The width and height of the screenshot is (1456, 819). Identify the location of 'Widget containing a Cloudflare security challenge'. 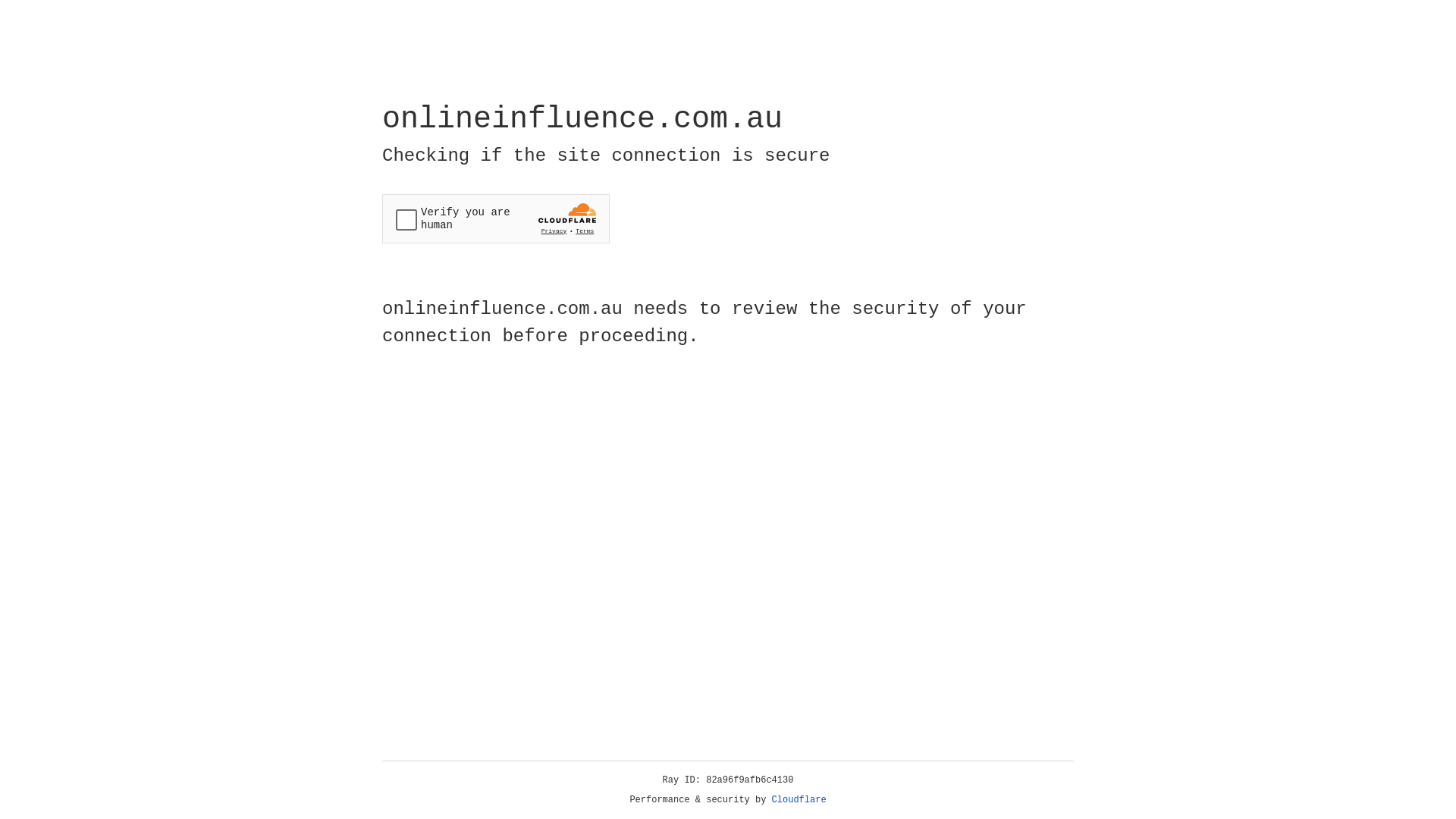
(495, 218).